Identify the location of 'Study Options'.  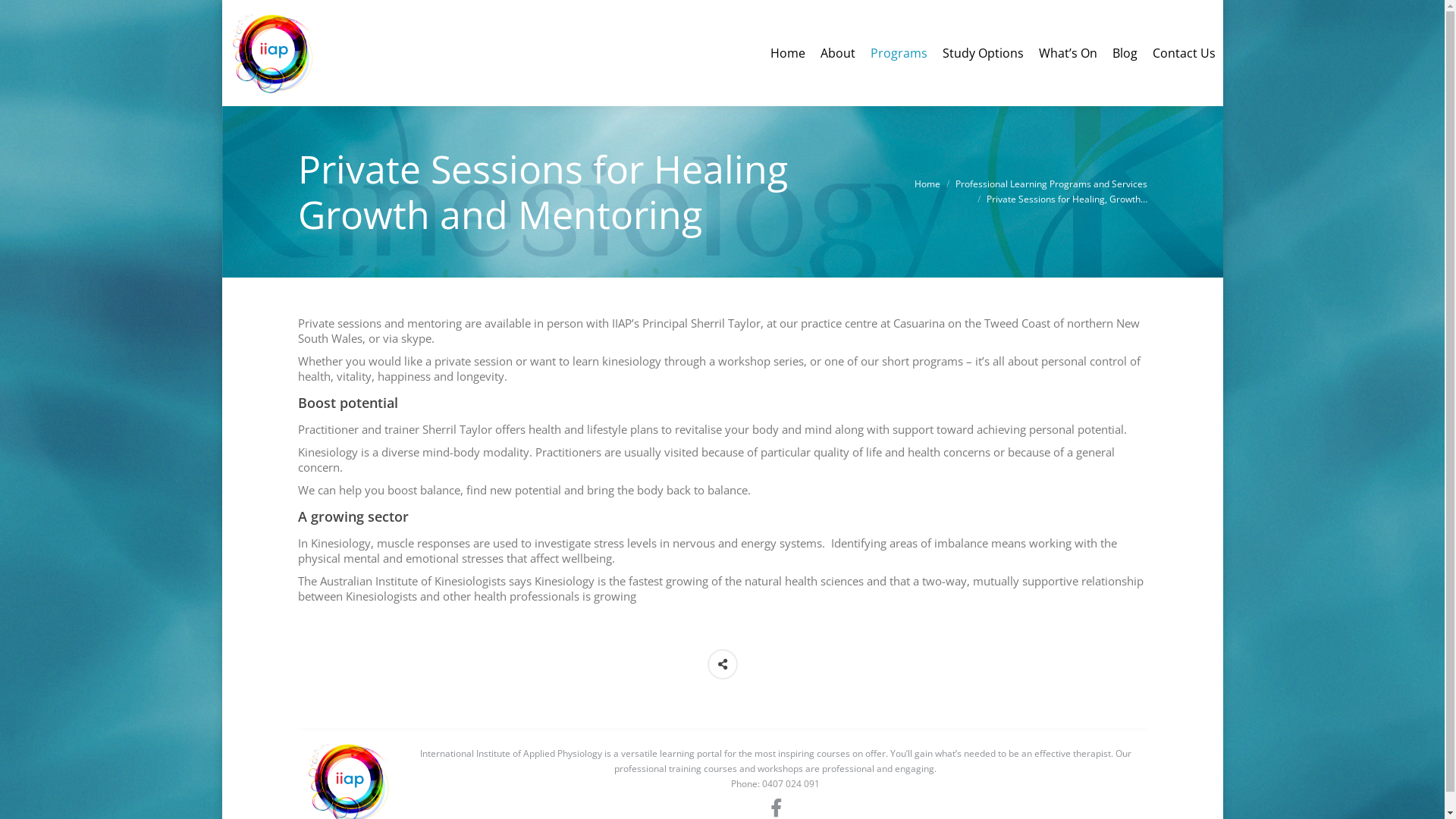
(982, 52).